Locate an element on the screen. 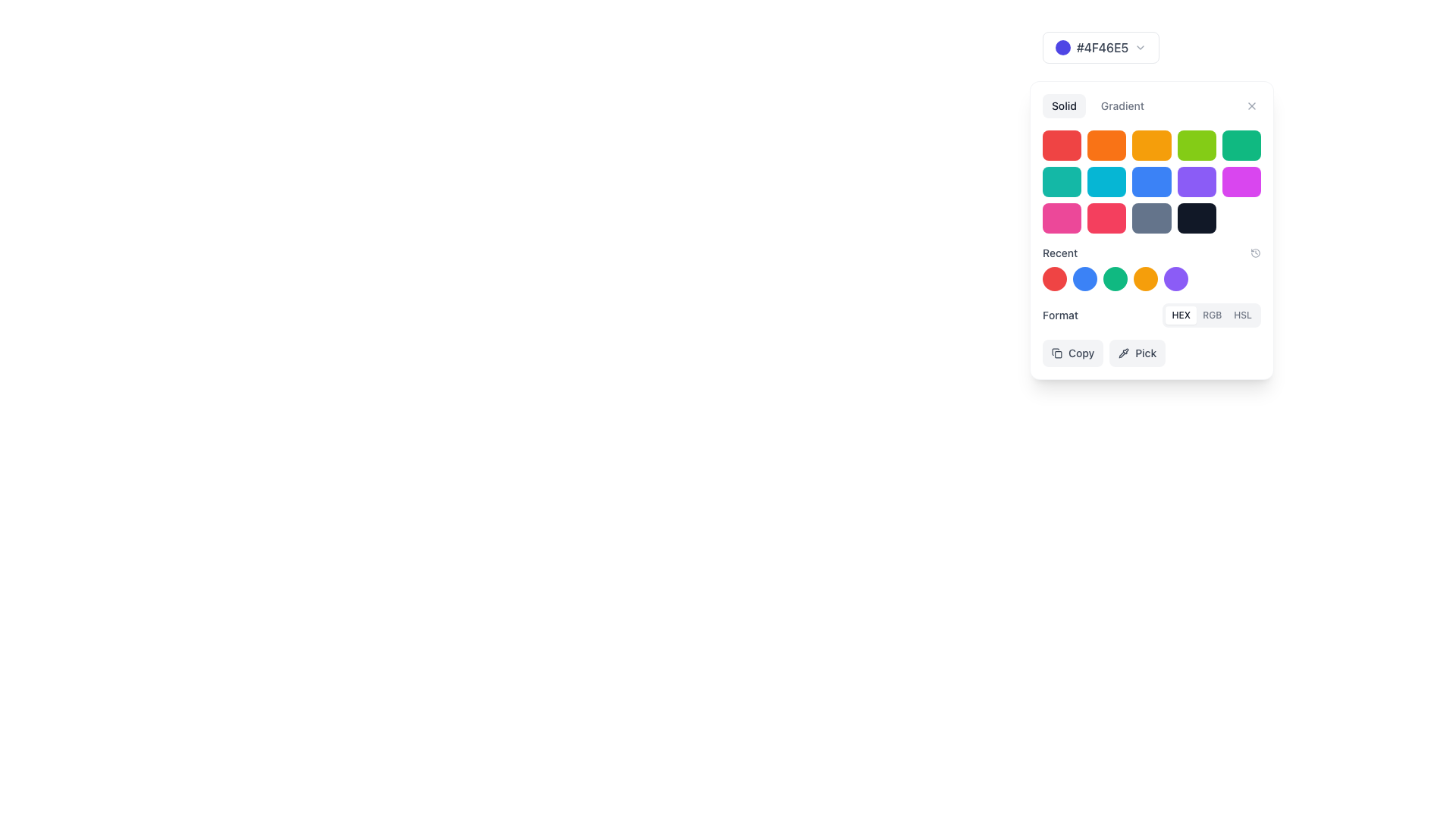 This screenshot has width=1456, height=819. the vibrant cyan button with rounded corners in the color selection palette is located at coordinates (1106, 180).